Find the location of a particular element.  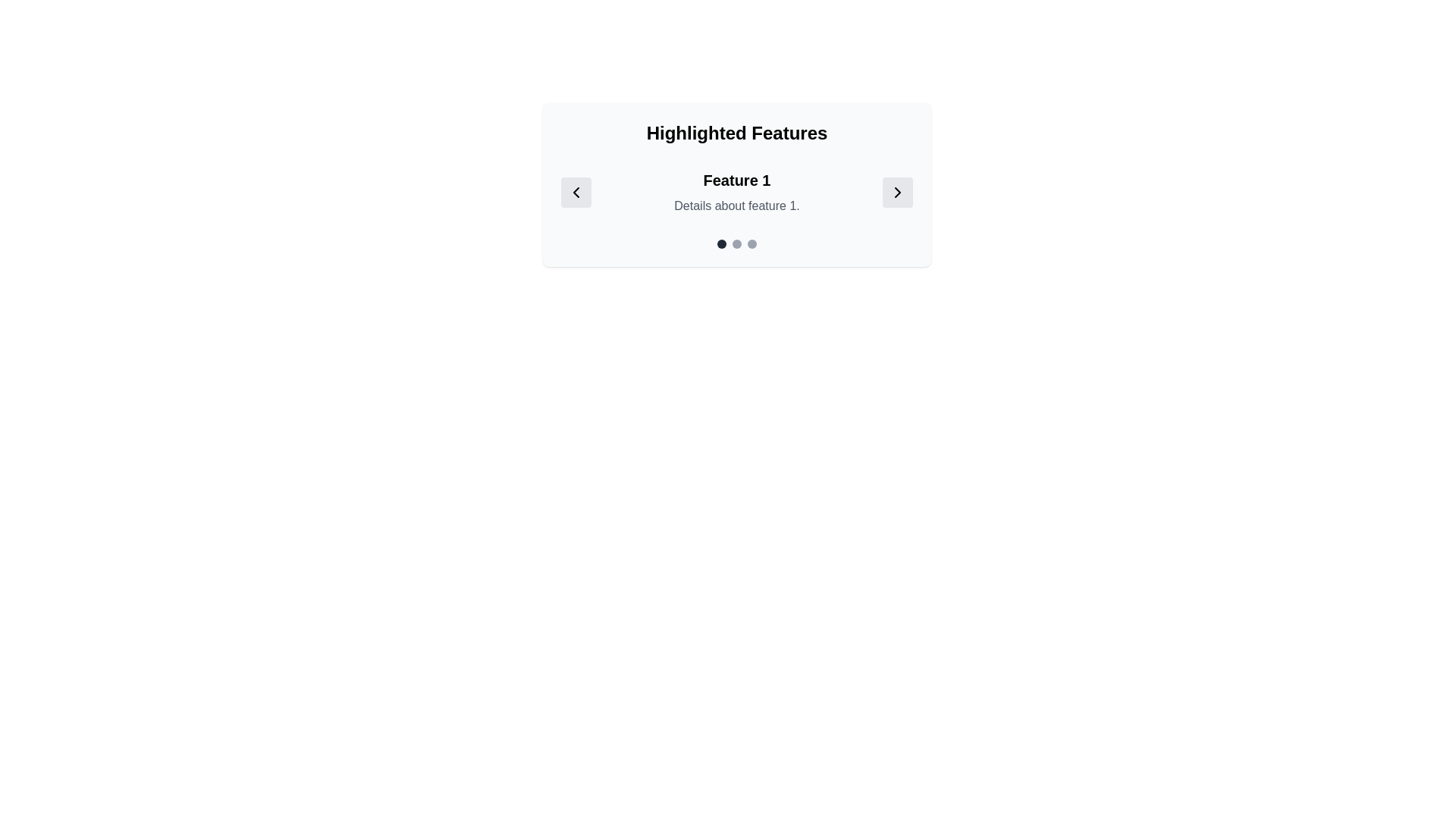

the Navigation indicator located below the 'Highlighted Features' section, specifically under 'Feature 1', which is the leftmost of three horizontally aligned indicators is located at coordinates (720, 243).